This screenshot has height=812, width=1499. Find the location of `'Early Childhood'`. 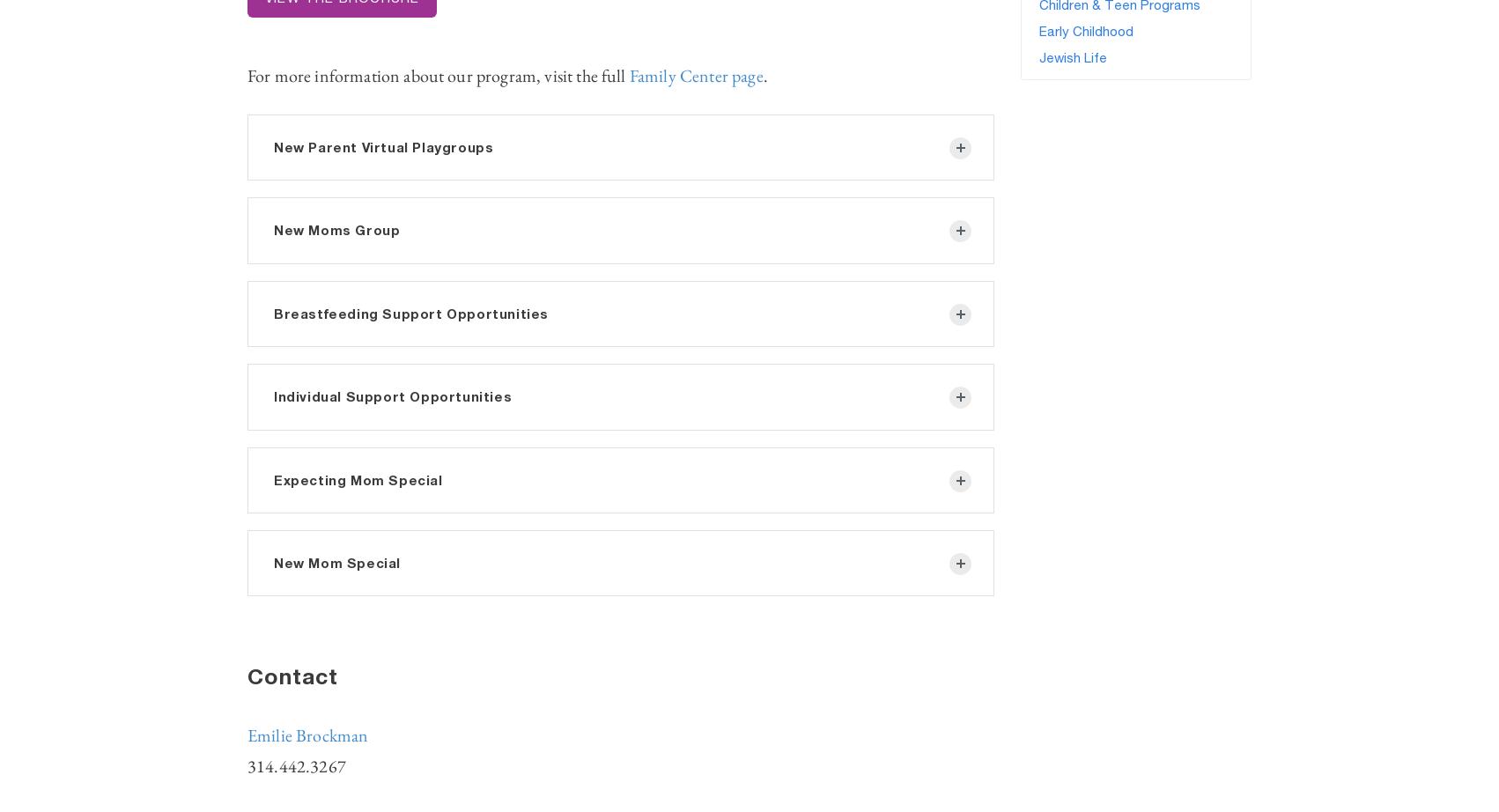

'Early Childhood' is located at coordinates (1085, 32).